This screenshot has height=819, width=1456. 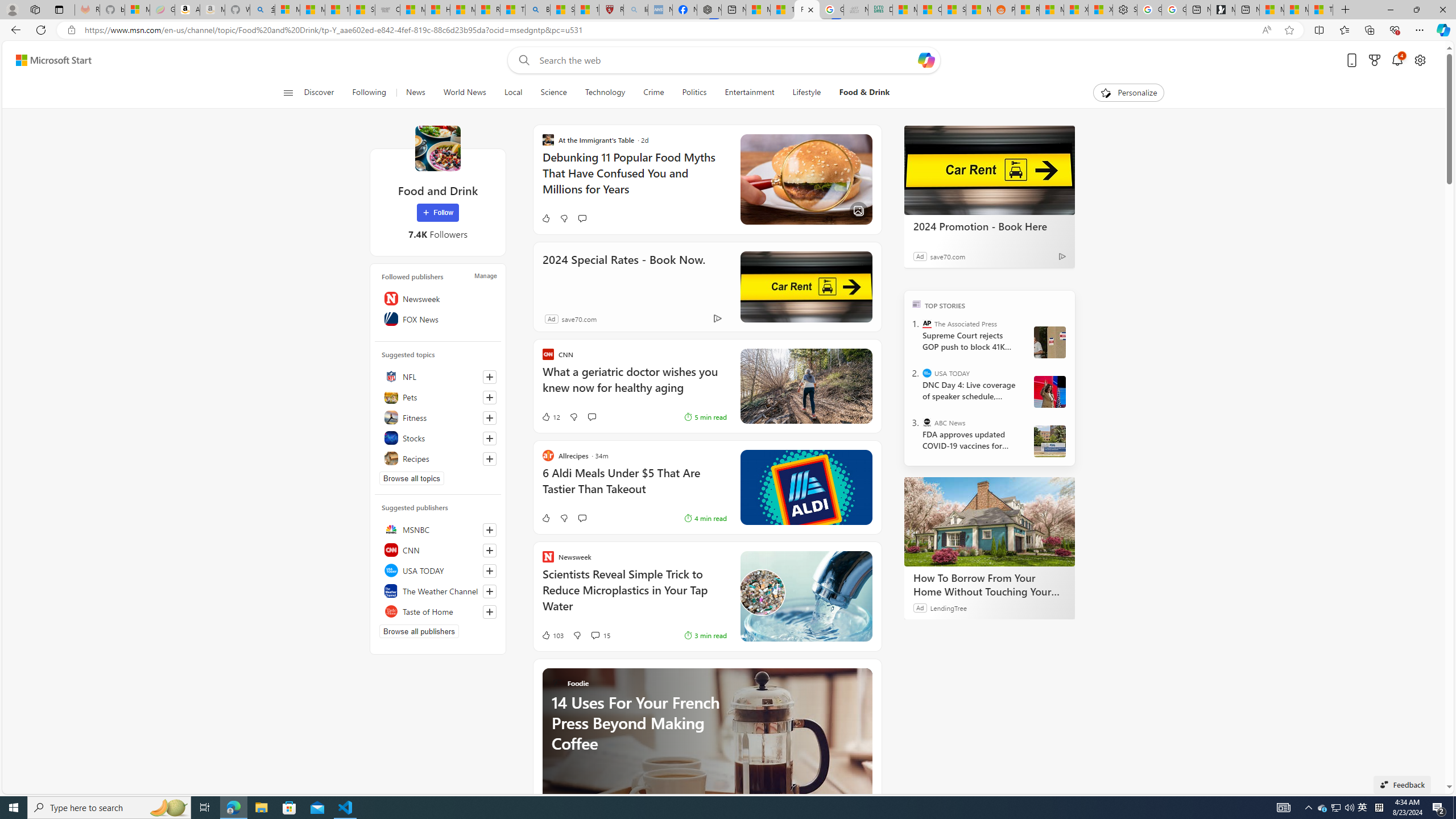 I want to click on 'Food & Drink', so click(x=864, y=92).